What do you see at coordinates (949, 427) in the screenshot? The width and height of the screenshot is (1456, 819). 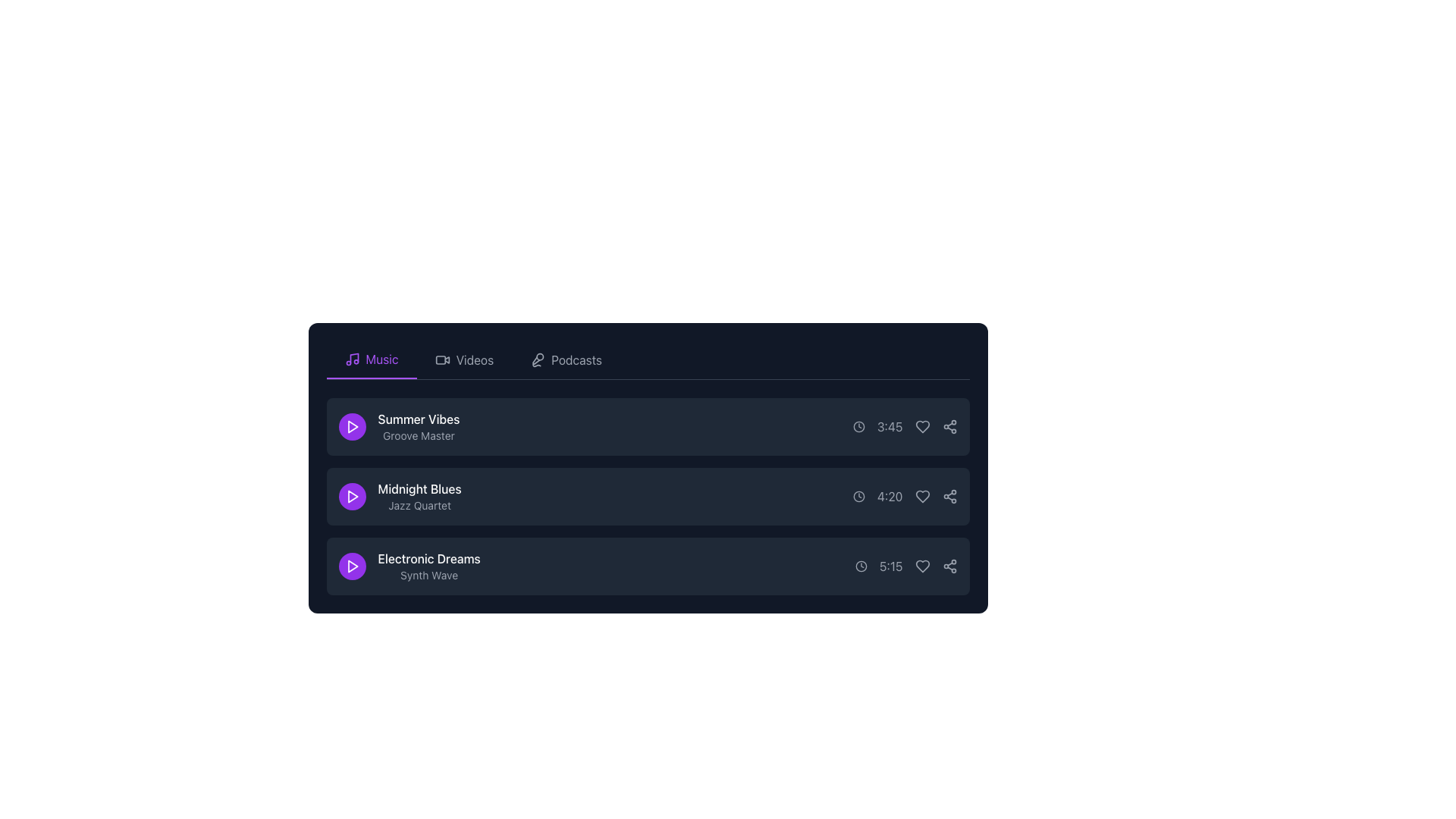 I see `the interactive share icon, styled in light gray with a hover effect that changes to purple, located as the last item in the 'Summer Vibes' row` at bounding box center [949, 427].